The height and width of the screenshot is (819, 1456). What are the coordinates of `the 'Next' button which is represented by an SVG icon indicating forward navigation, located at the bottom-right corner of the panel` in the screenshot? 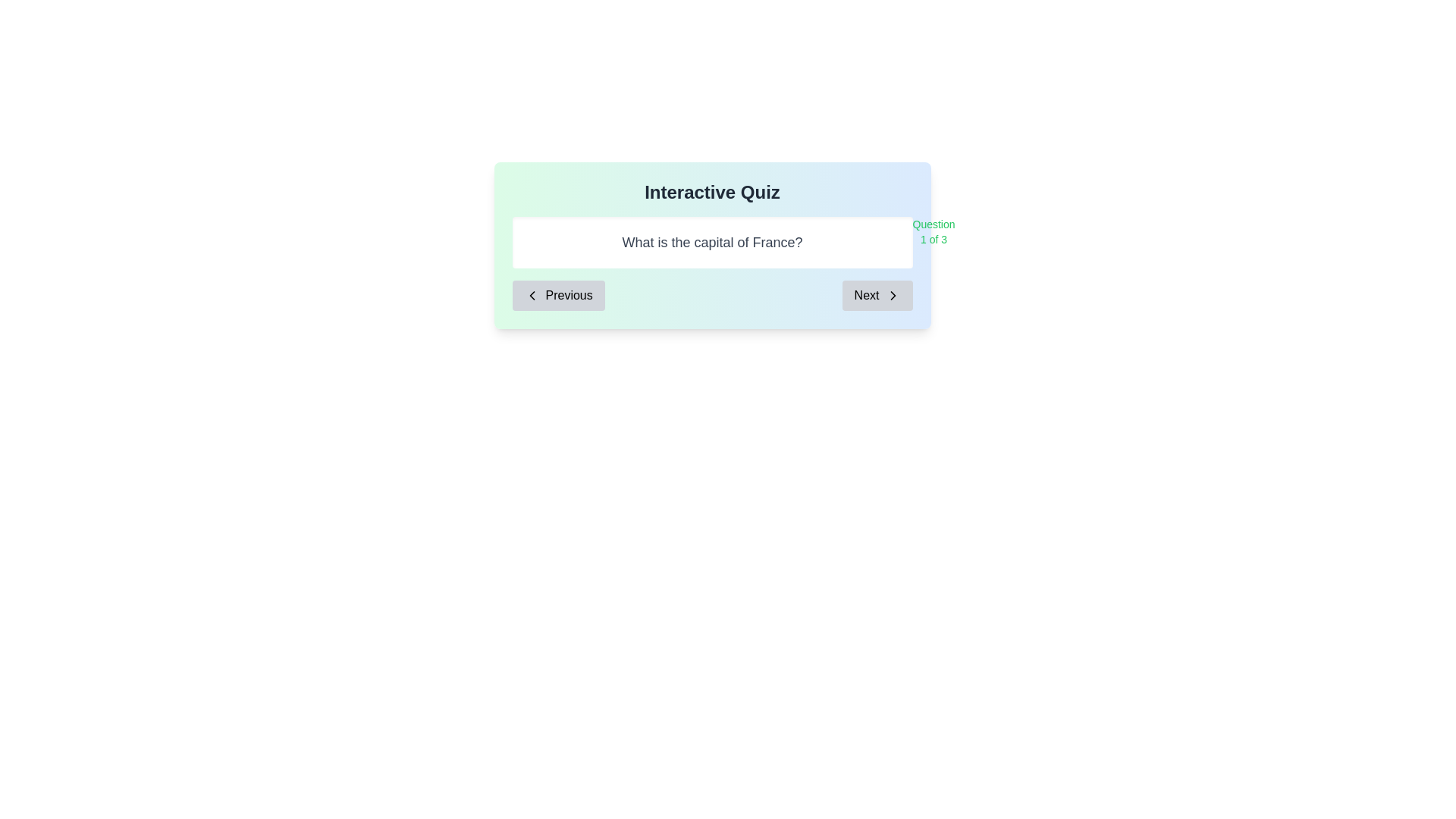 It's located at (893, 295).